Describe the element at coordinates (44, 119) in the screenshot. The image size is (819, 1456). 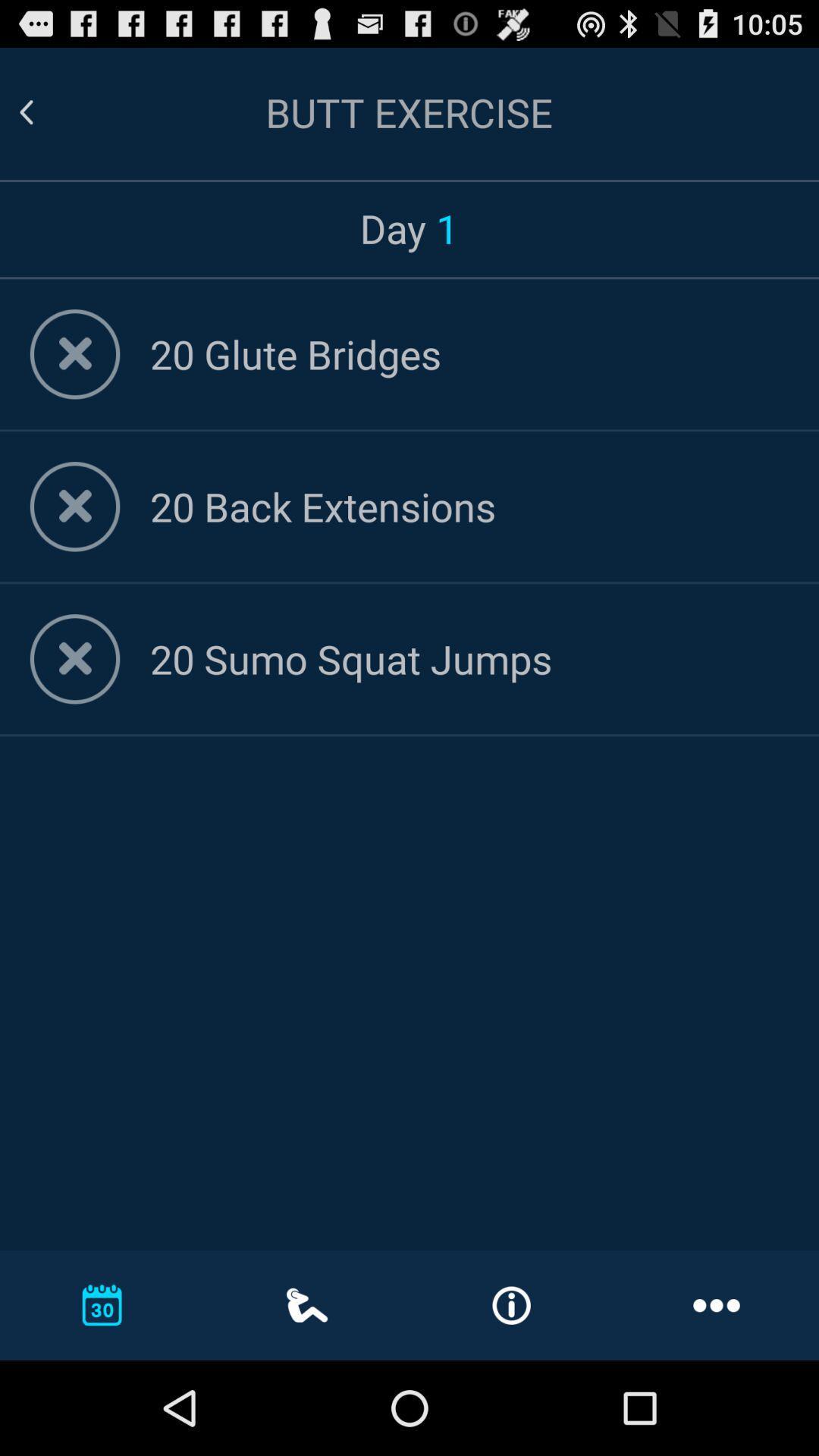
I see `the arrow_backward icon` at that location.